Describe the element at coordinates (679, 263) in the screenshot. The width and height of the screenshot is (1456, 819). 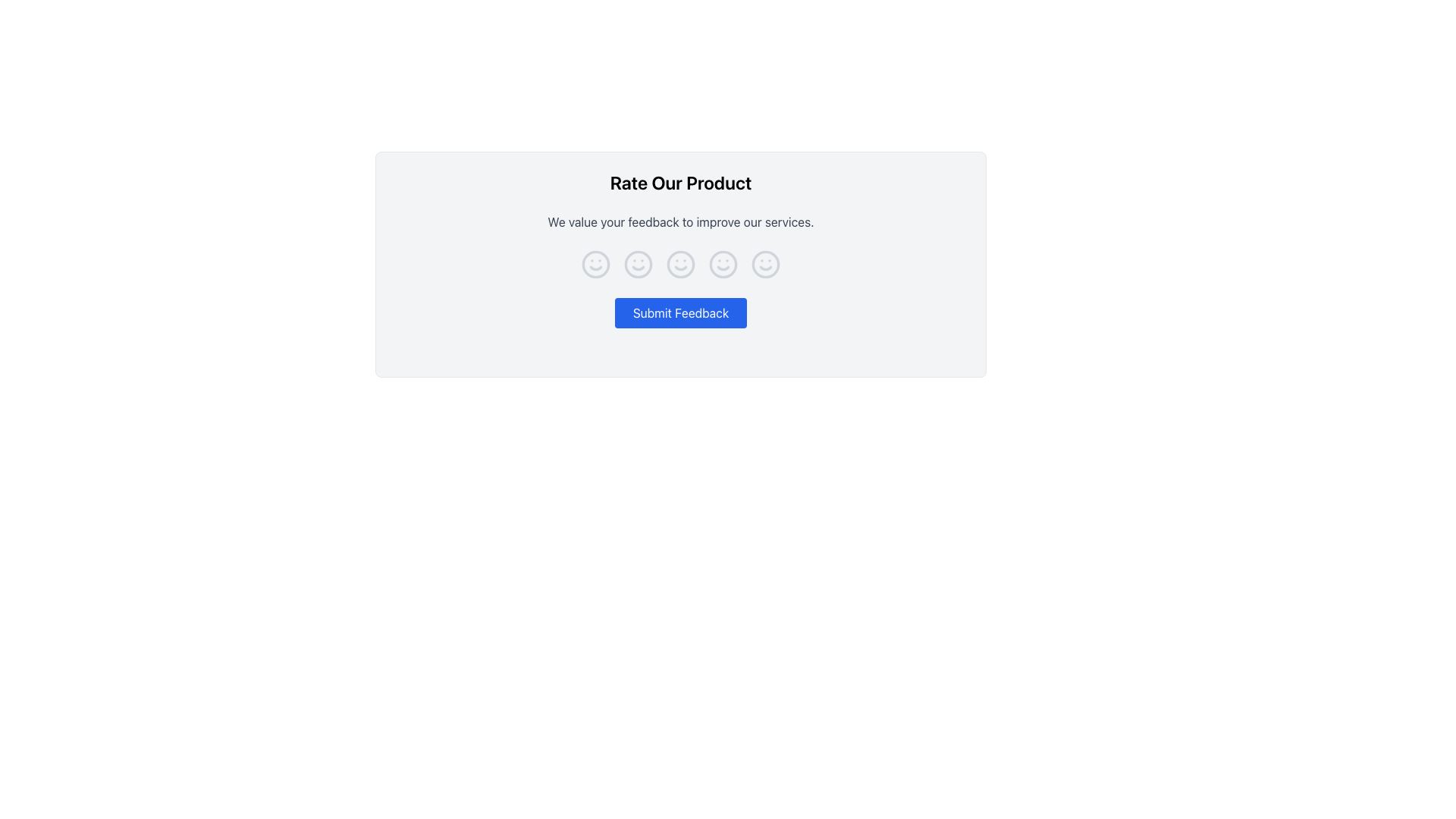
I see `the circular outline of the neutral face icon, which is the second icon in a row of five horizontally aligned face icons` at that location.